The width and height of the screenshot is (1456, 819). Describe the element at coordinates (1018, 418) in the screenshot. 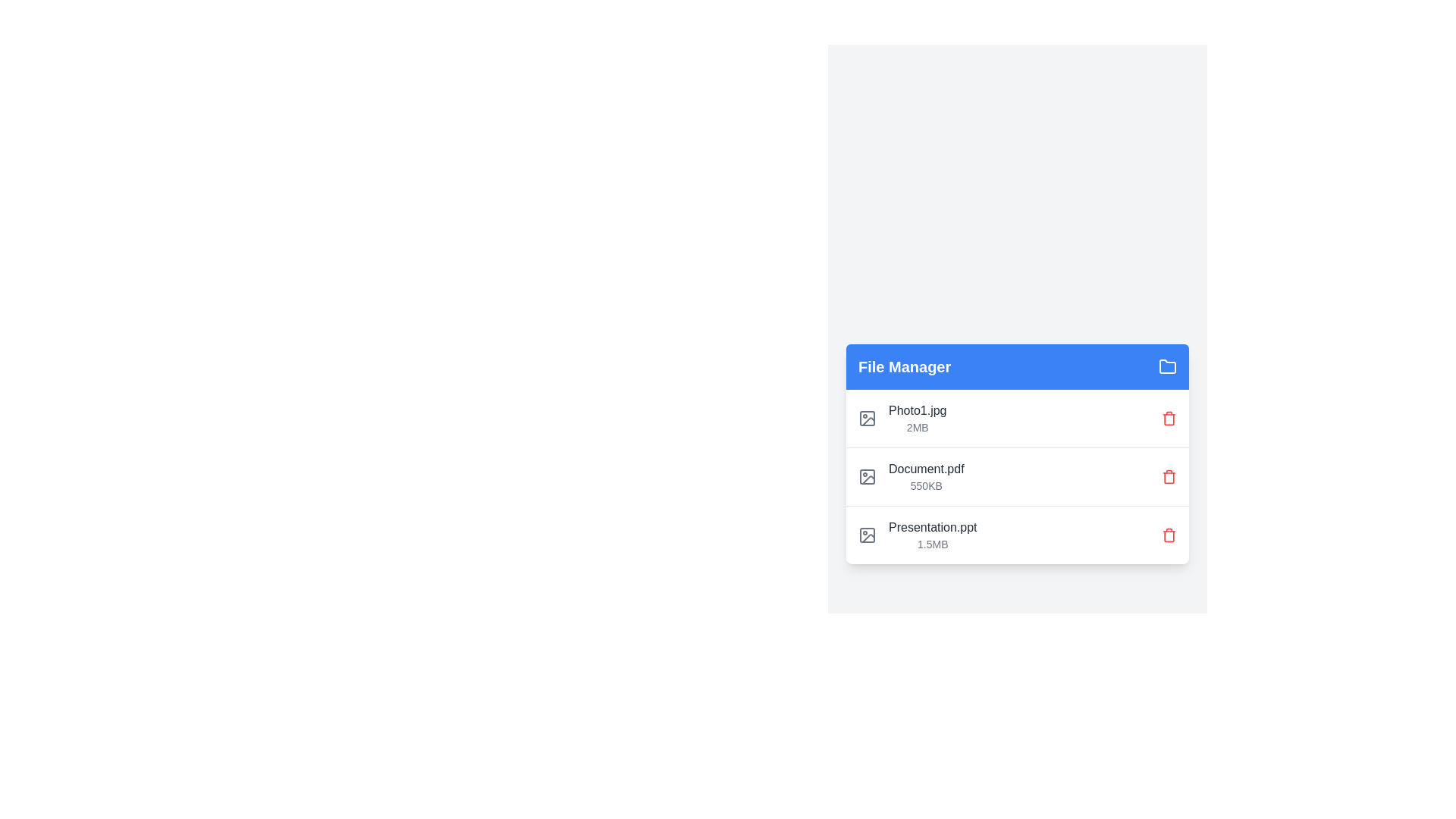

I see `the file list entry for 'Photo1.jpg'` at that location.